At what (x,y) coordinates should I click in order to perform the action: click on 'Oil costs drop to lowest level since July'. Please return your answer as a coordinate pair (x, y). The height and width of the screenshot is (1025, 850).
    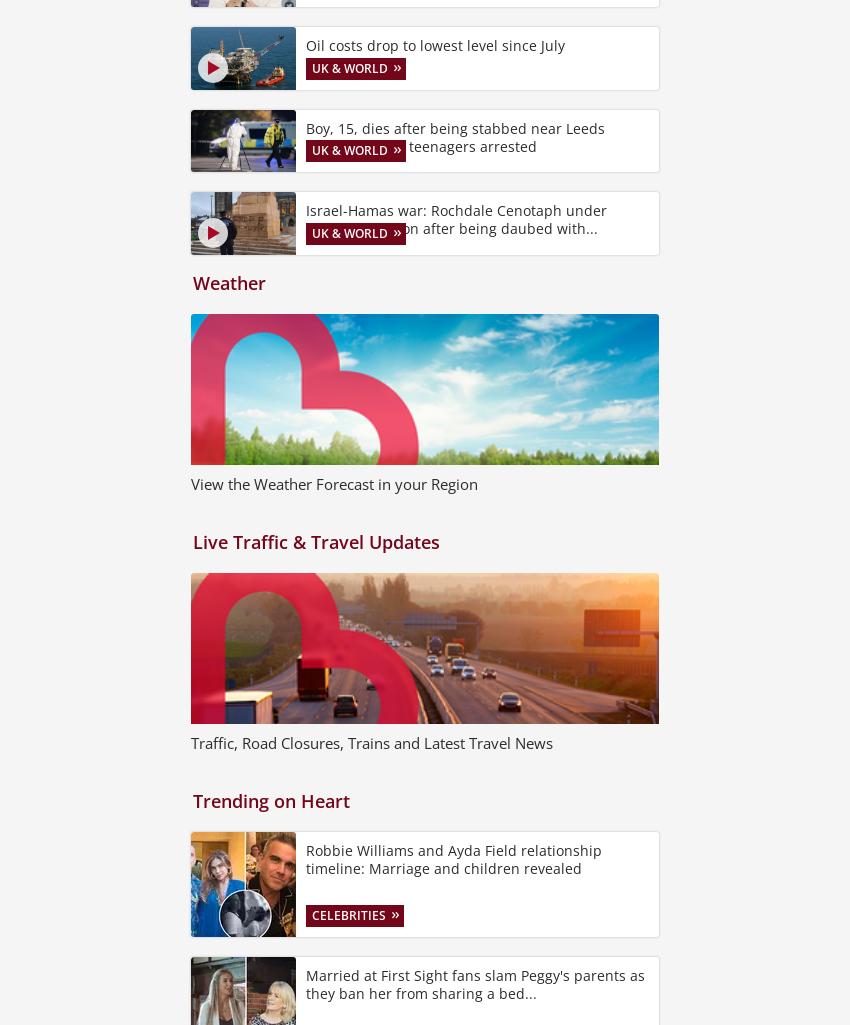
    Looking at the image, I should click on (434, 45).